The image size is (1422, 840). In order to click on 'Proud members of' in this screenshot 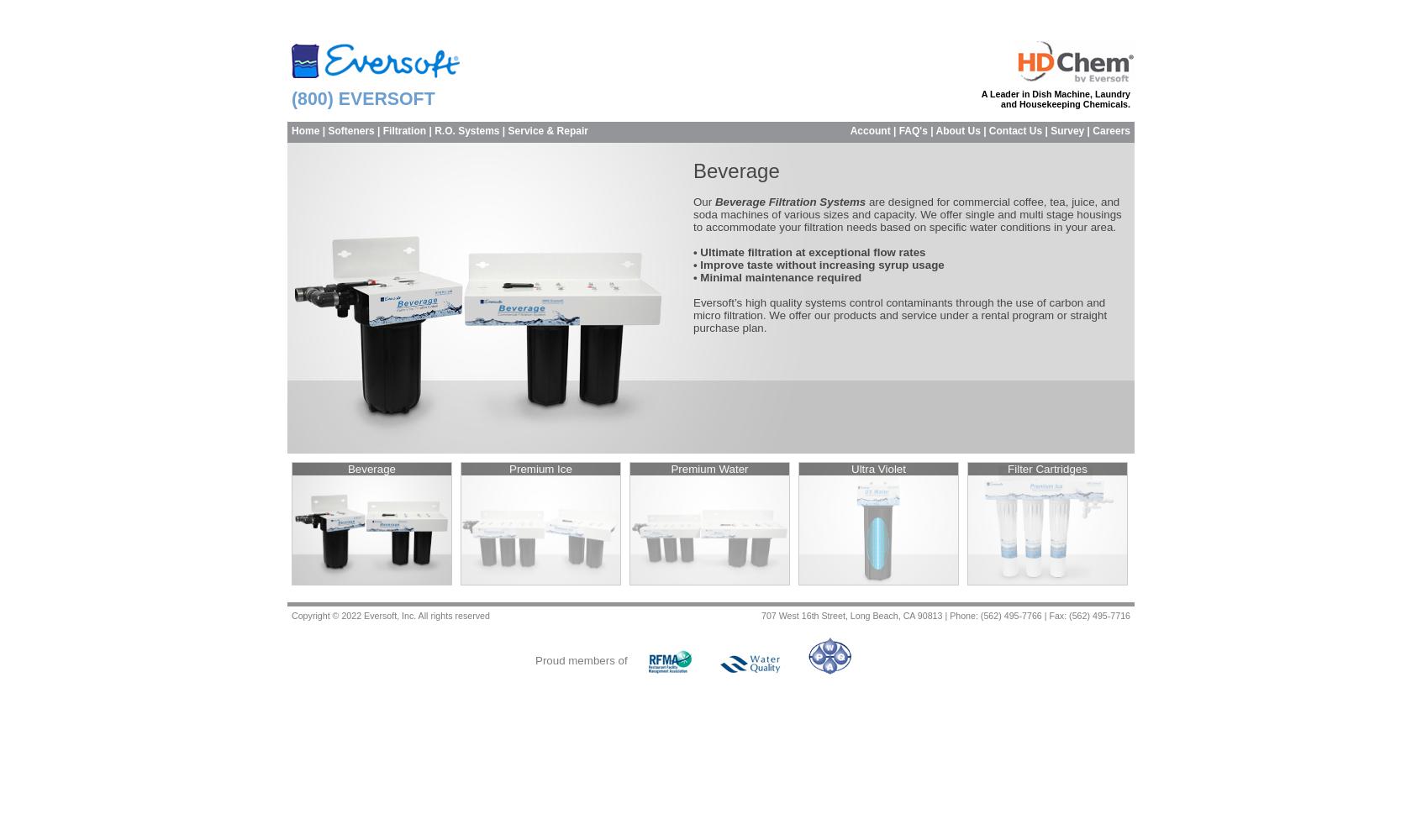, I will do `click(535, 660)`.